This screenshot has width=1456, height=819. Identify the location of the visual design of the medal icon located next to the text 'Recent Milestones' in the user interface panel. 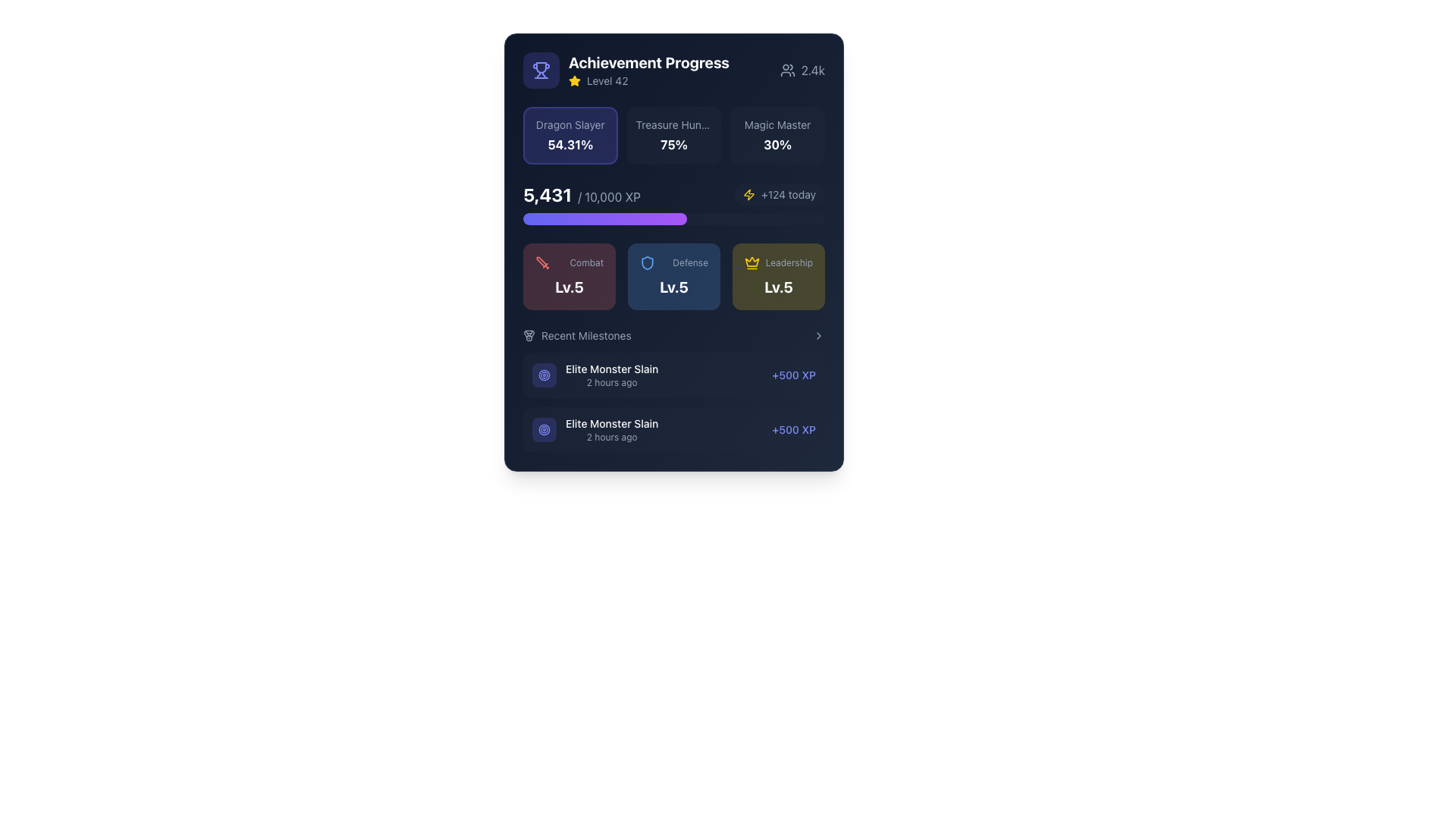
(529, 335).